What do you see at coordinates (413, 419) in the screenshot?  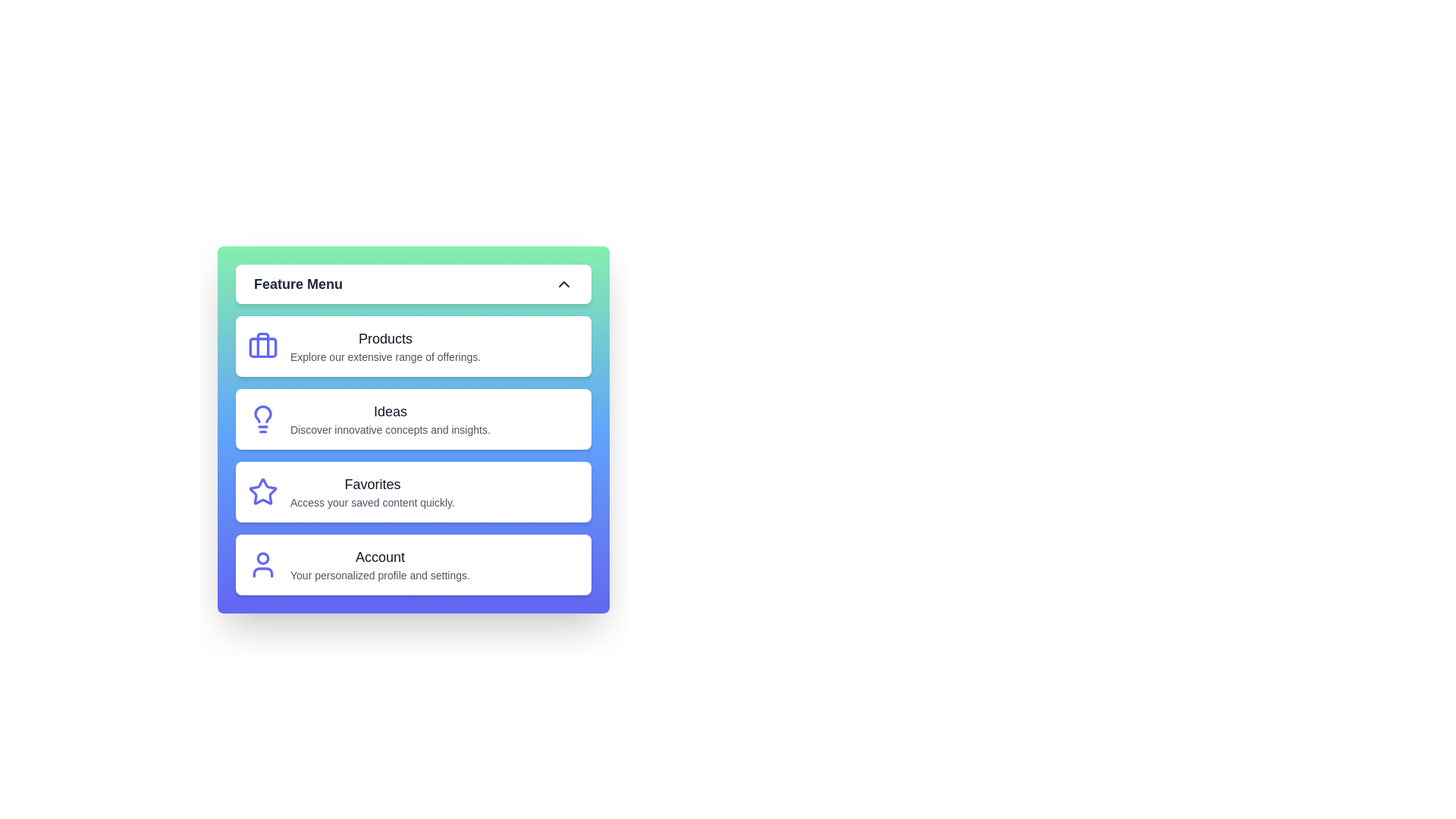 I see `the menu item Ideas from the Feature Menu` at bounding box center [413, 419].